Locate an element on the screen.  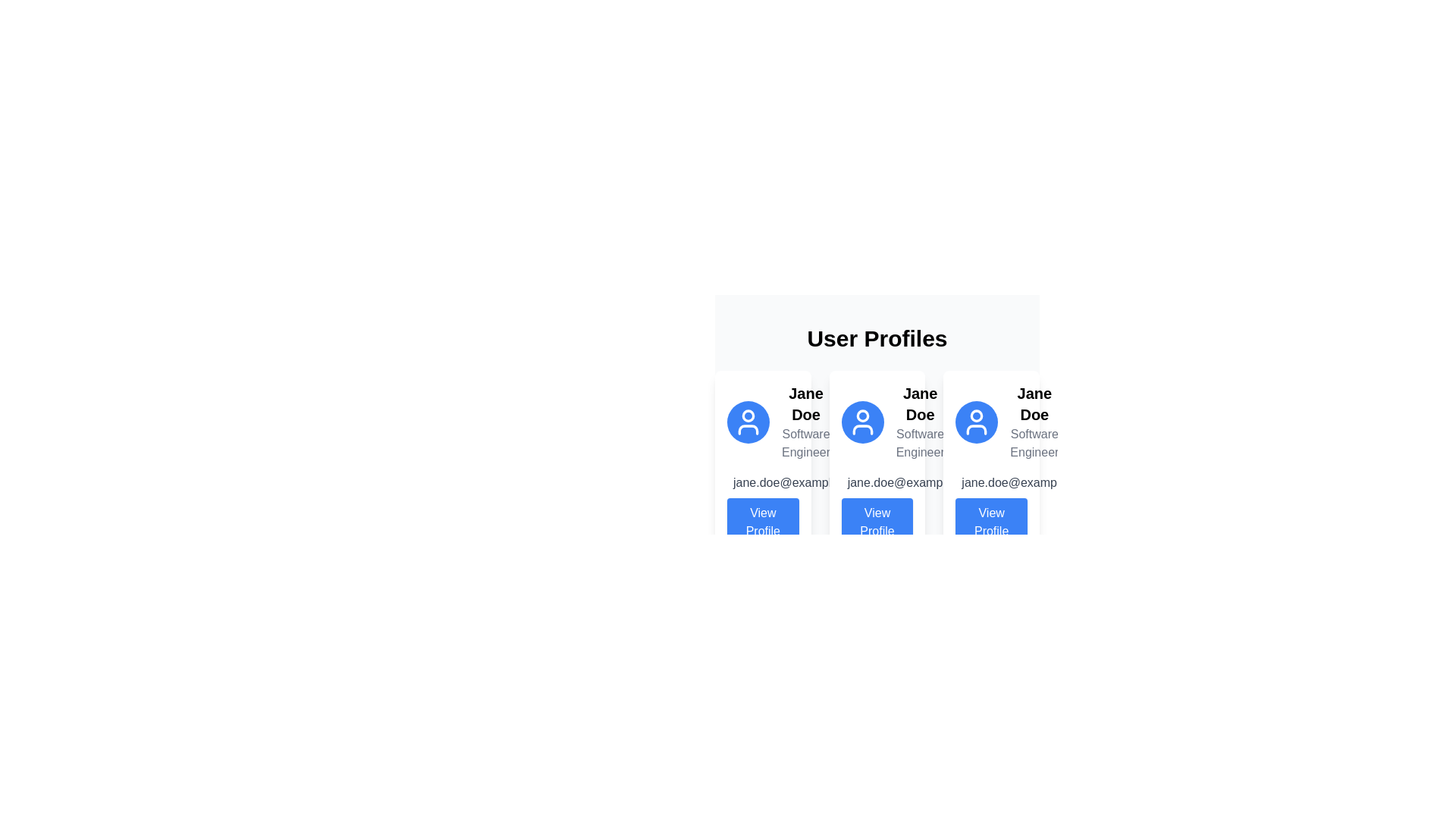
the user profile icon, which is the third SVG user silhouette in a horizontal list of profile icons, indicating a specific person's information or account is located at coordinates (977, 422).